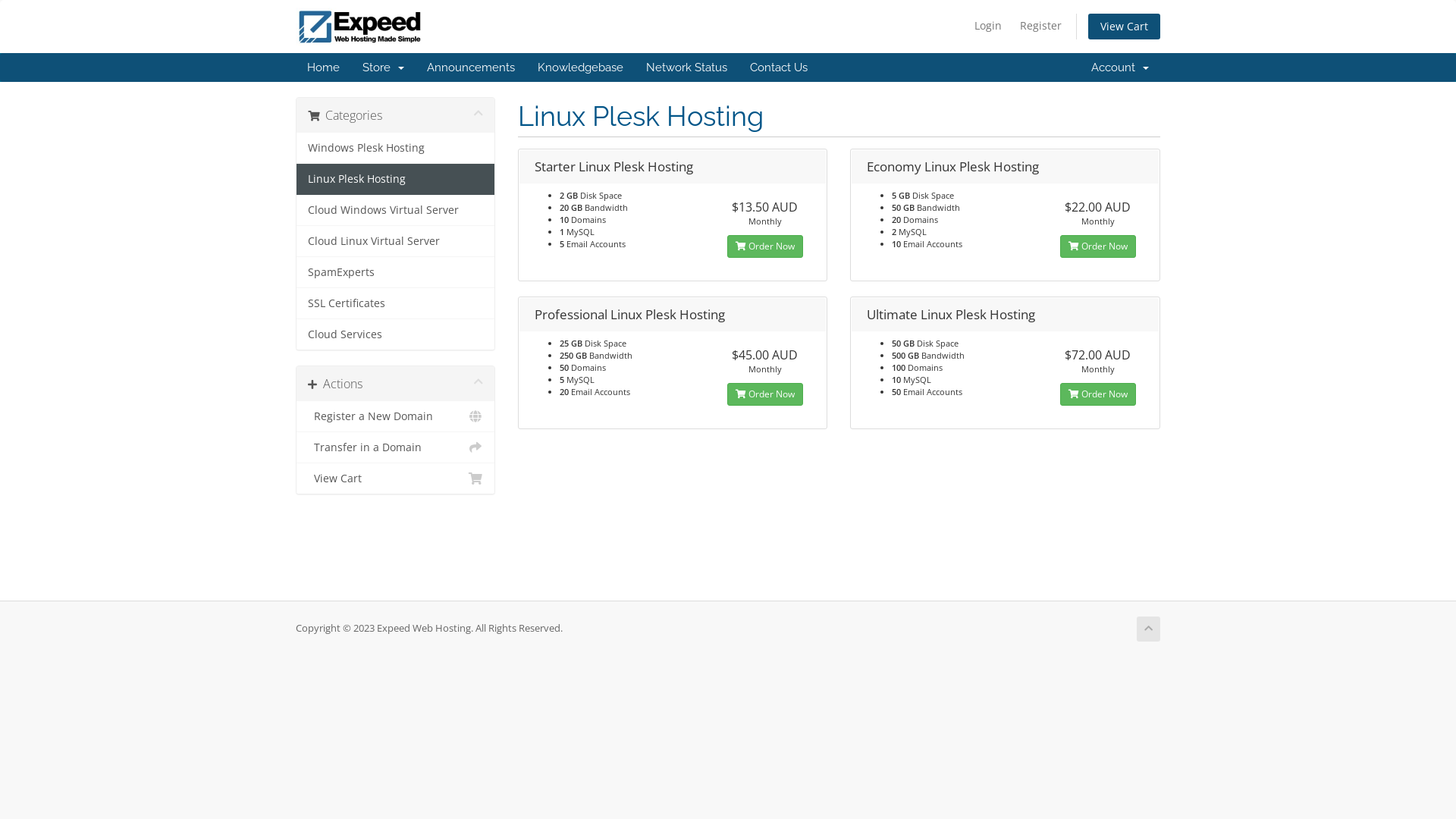  Describe the element at coordinates (395, 479) in the screenshot. I see `'  View Cart'` at that location.